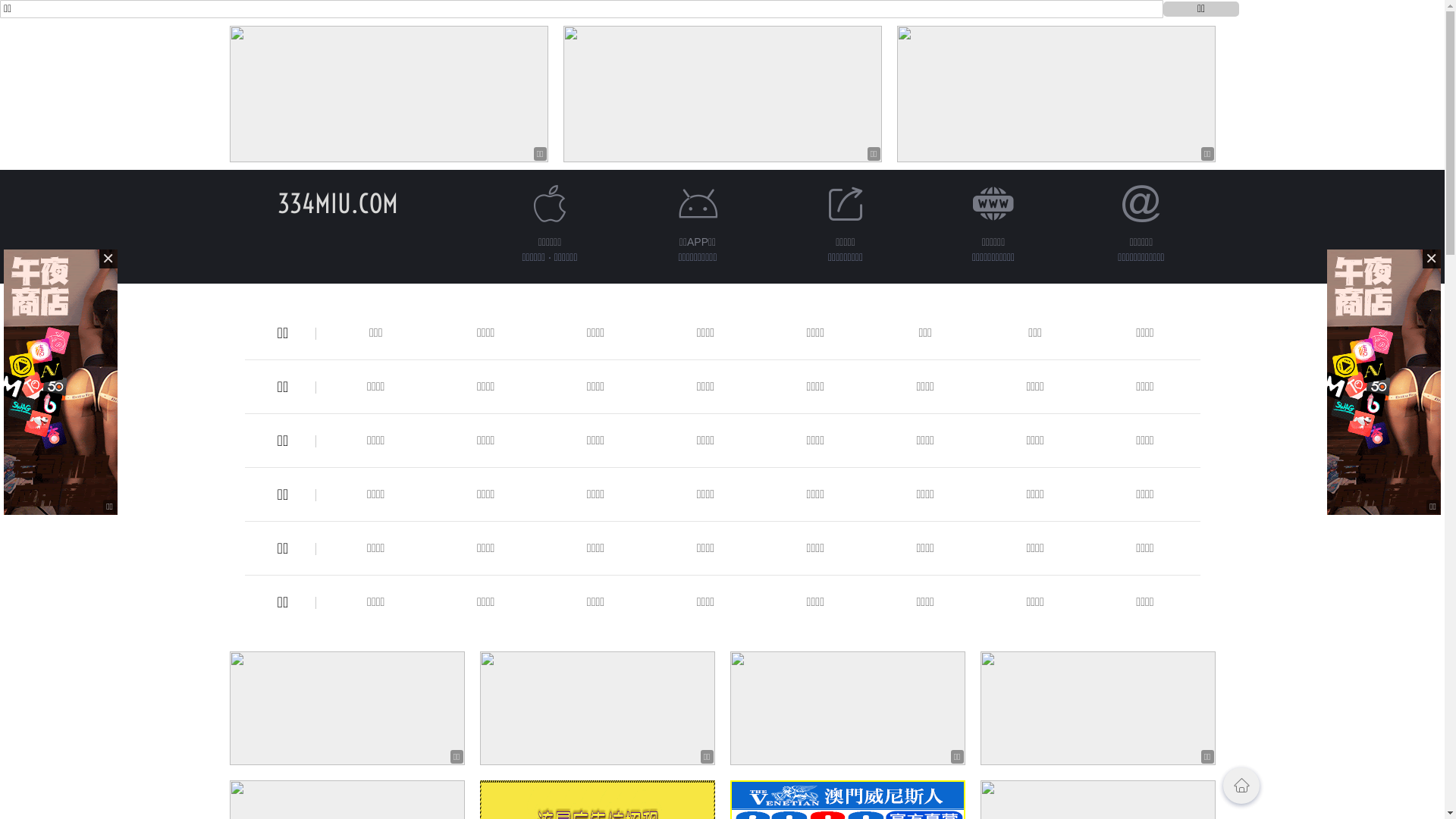  I want to click on '334MIU.COM', so click(277, 202).